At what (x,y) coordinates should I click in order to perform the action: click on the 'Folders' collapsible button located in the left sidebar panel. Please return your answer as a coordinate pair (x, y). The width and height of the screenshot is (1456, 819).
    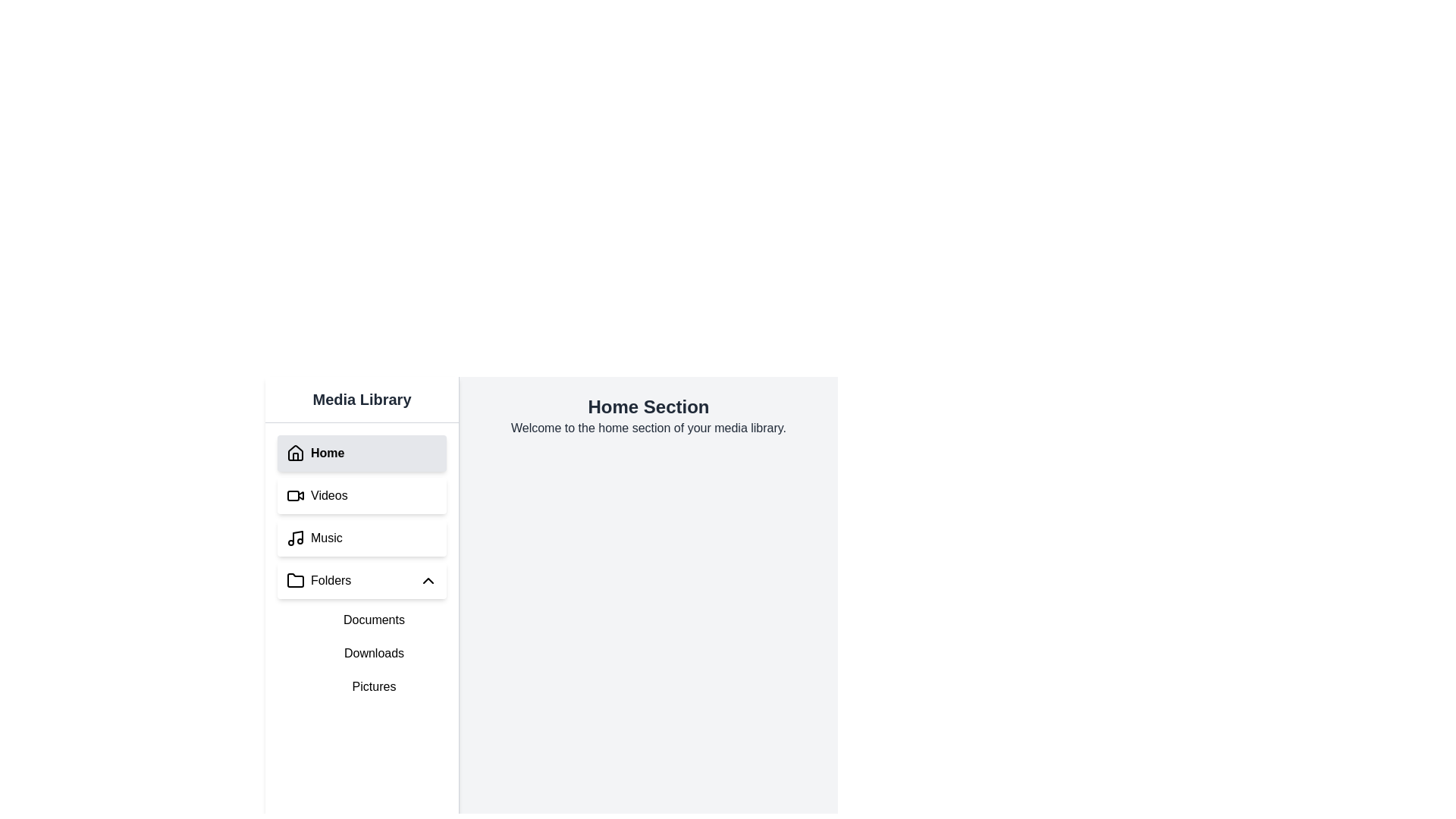
    Looking at the image, I should click on (361, 580).